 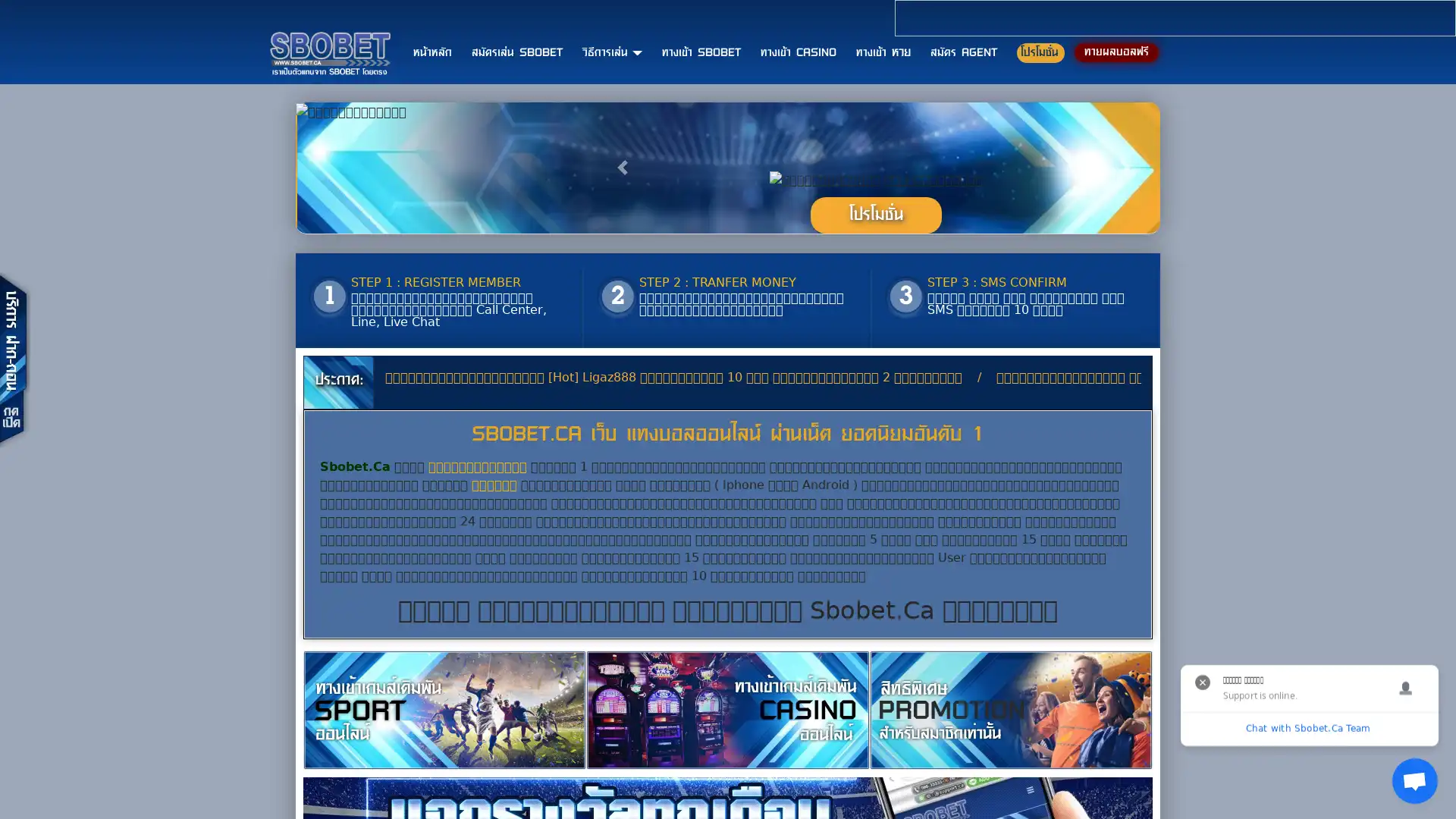 I want to click on Previous, so click(x=624, y=290).